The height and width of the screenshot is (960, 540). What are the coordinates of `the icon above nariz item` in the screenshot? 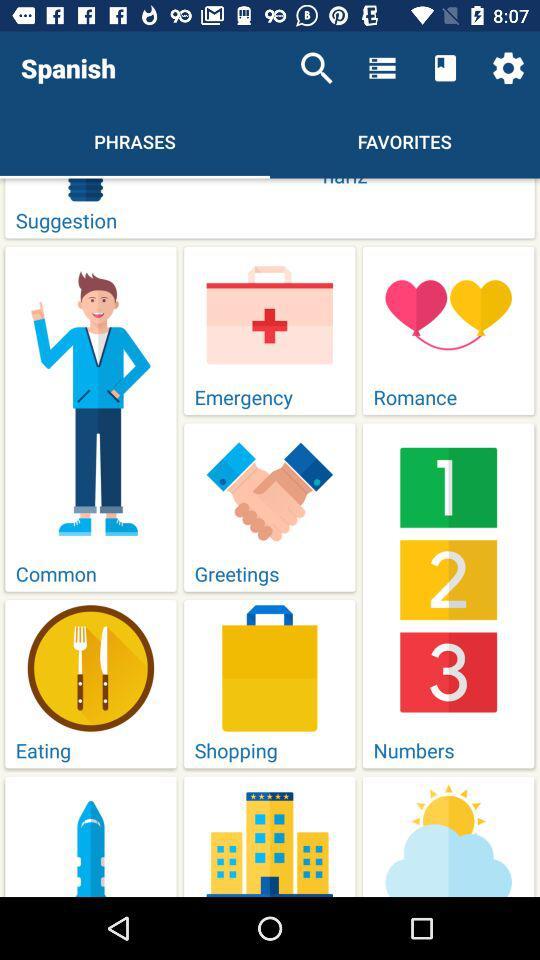 It's located at (508, 68).